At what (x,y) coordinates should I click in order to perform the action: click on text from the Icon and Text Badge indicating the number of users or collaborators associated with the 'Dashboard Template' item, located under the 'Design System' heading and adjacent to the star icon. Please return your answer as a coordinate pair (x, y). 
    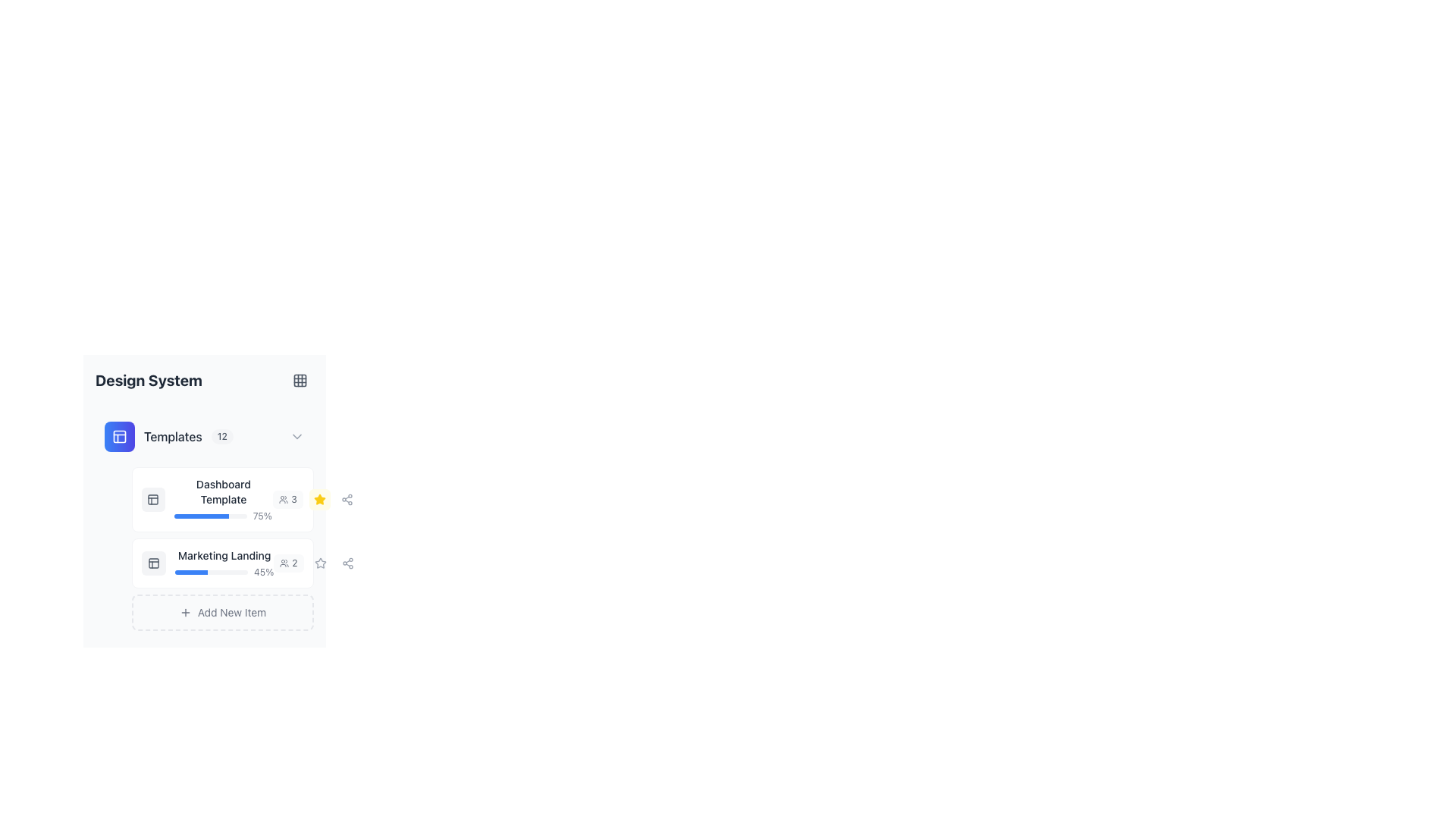
    Looking at the image, I should click on (287, 500).